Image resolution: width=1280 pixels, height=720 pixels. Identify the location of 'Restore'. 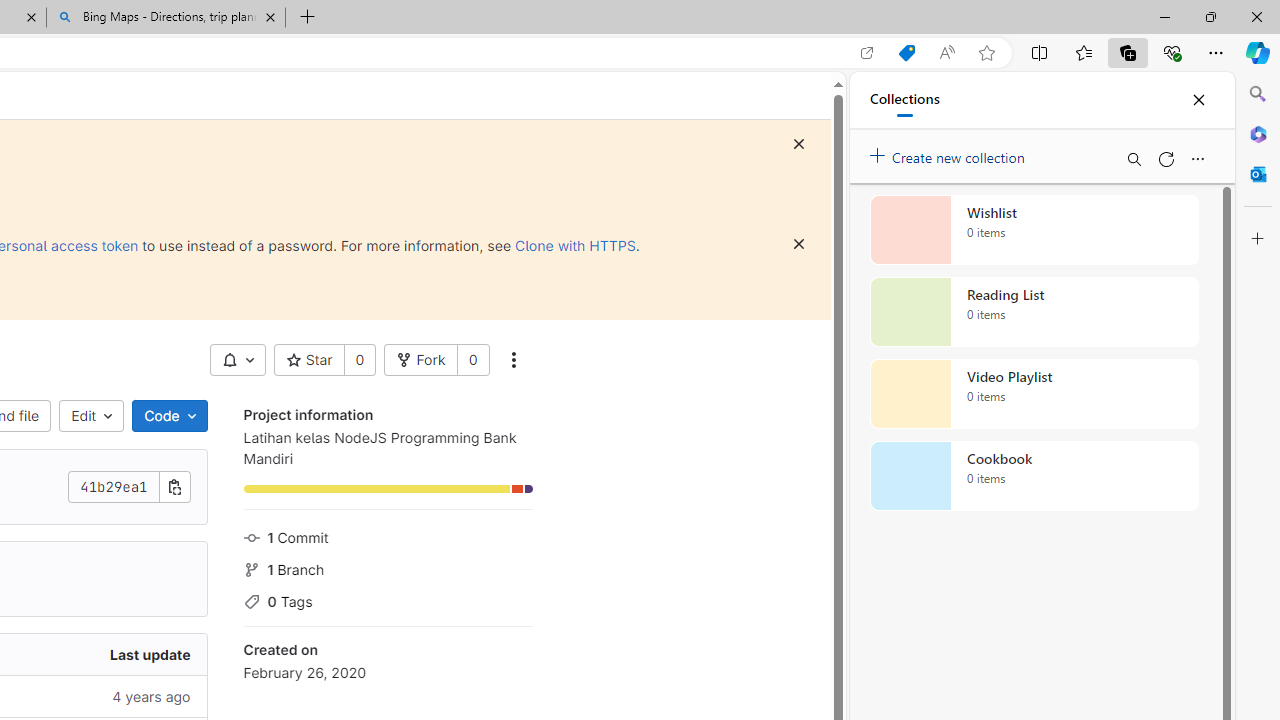
(1209, 16).